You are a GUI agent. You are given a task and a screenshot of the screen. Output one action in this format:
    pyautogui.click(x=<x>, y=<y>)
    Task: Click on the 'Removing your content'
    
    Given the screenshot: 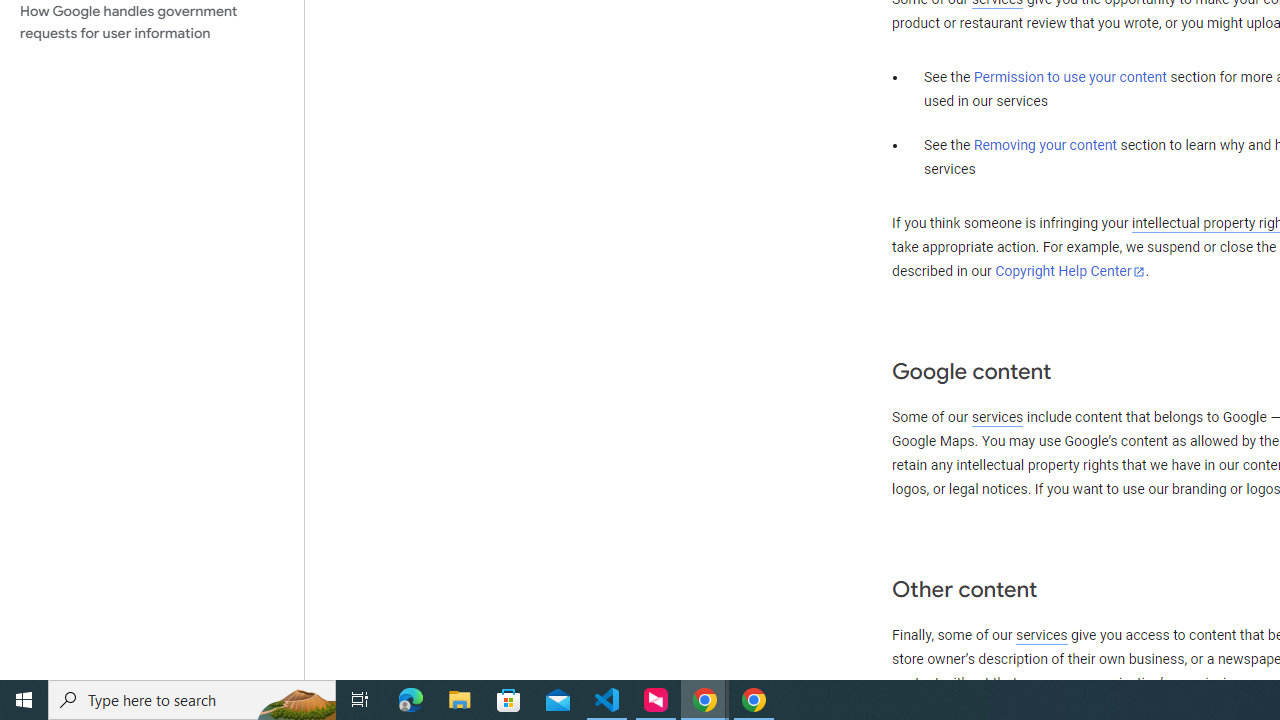 What is the action you would take?
    pyautogui.click(x=1044, y=144)
    